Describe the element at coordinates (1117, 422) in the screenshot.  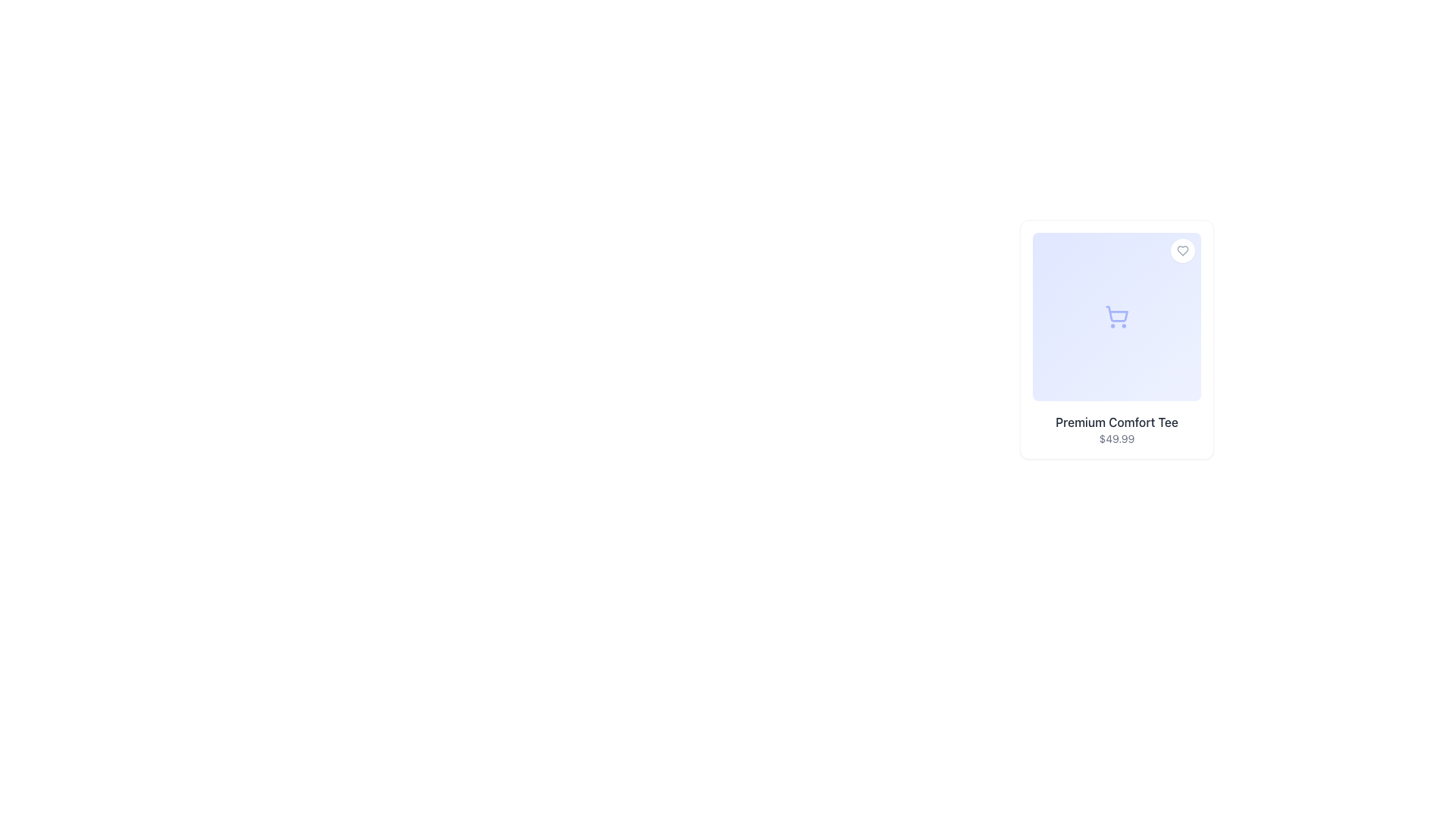
I see `the text label presenting the product name, which is located centrally within the card component, to facilitate interaction with adjacent elements` at that location.